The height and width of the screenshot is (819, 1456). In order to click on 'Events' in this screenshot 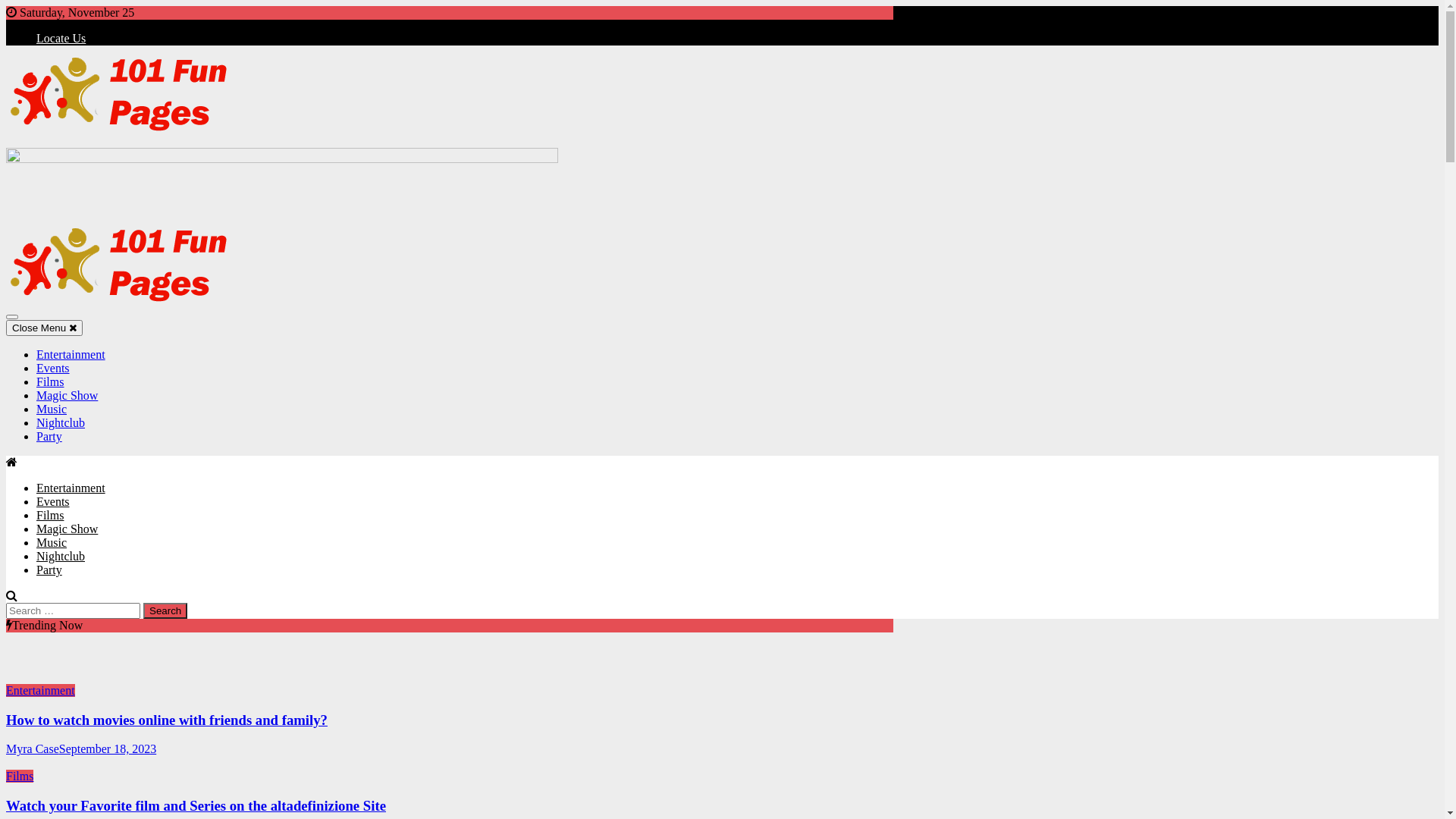, I will do `click(53, 368)`.